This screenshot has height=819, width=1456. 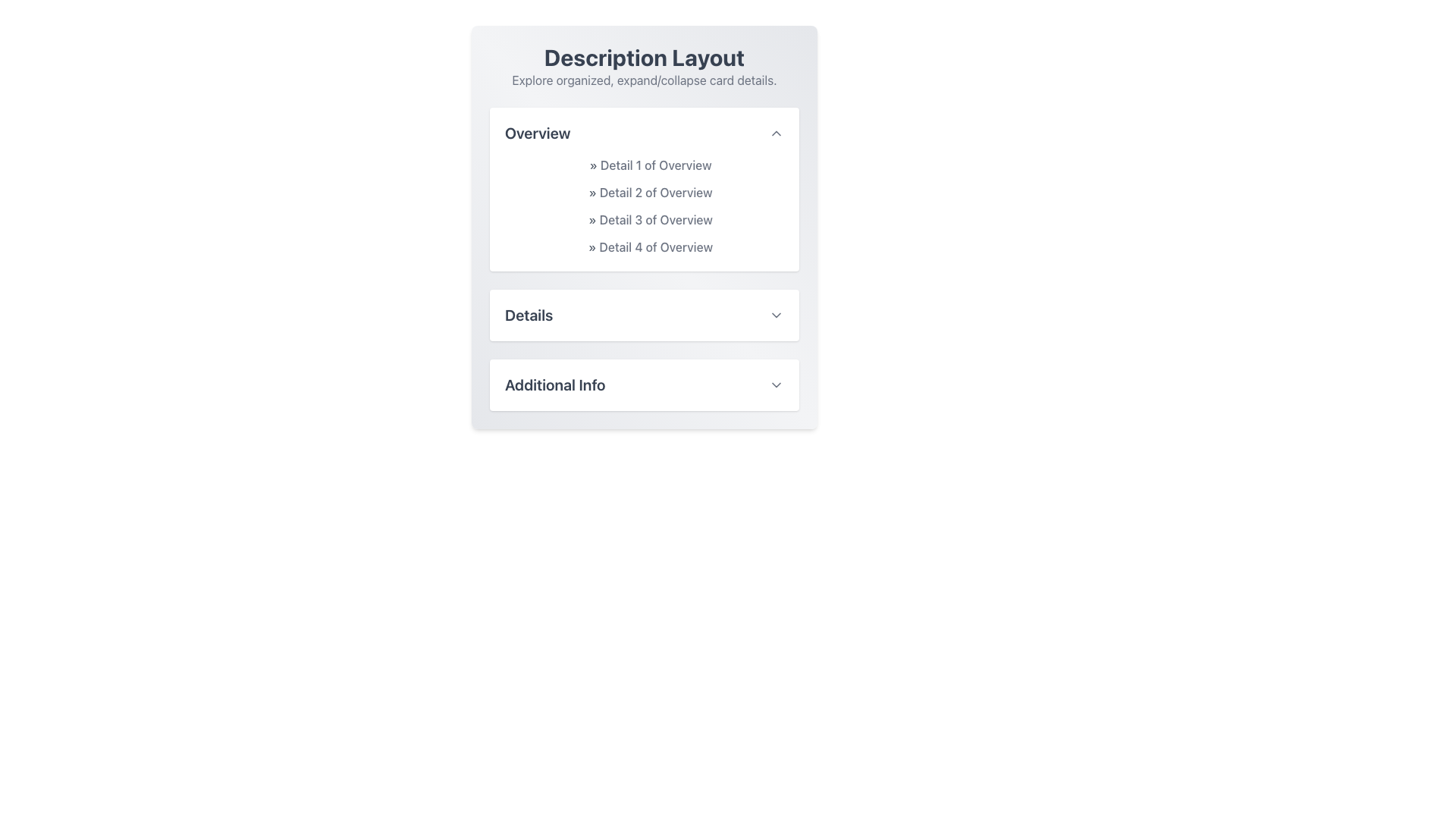 What do you see at coordinates (644, 246) in the screenshot?
I see `the fourth static text label in the 'Overview' section that provides descriptive information` at bounding box center [644, 246].